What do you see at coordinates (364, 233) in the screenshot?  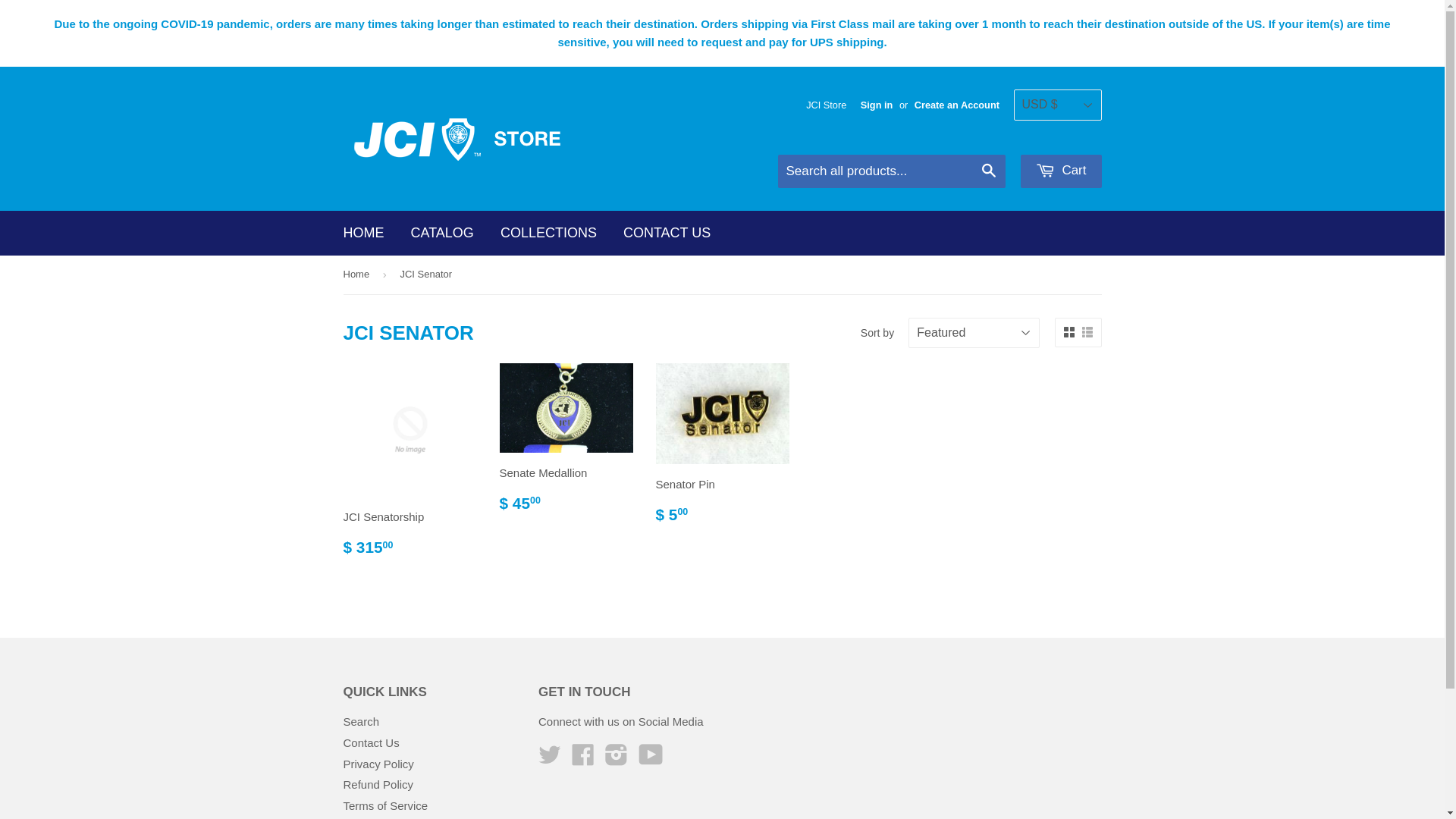 I see `'HOME'` at bounding box center [364, 233].